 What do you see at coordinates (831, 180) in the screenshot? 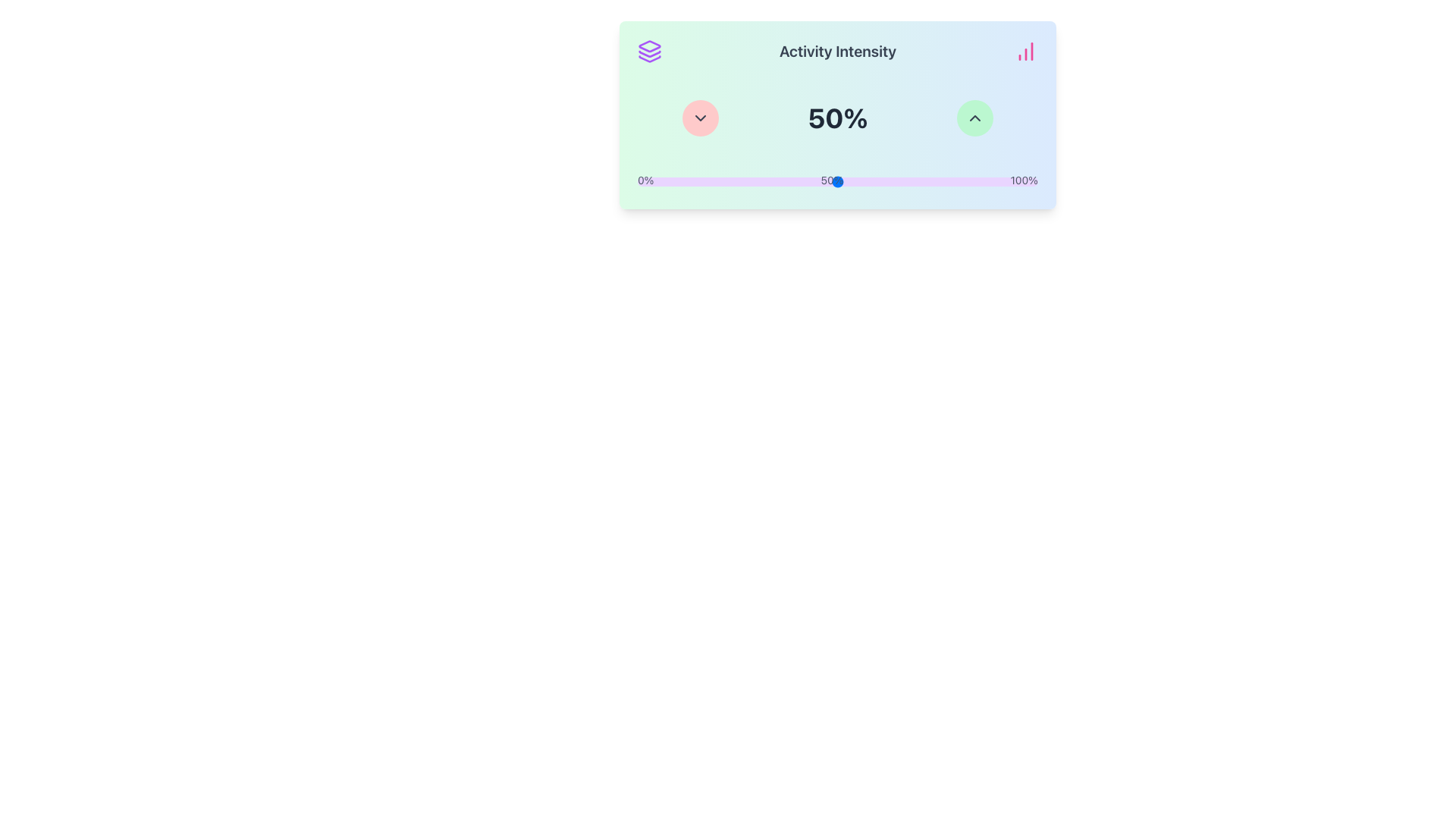
I see `the Text label that indicates the current value or percentage (50%) between '0%' and '100%' in the progress bar` at bounding box center [831, 180].